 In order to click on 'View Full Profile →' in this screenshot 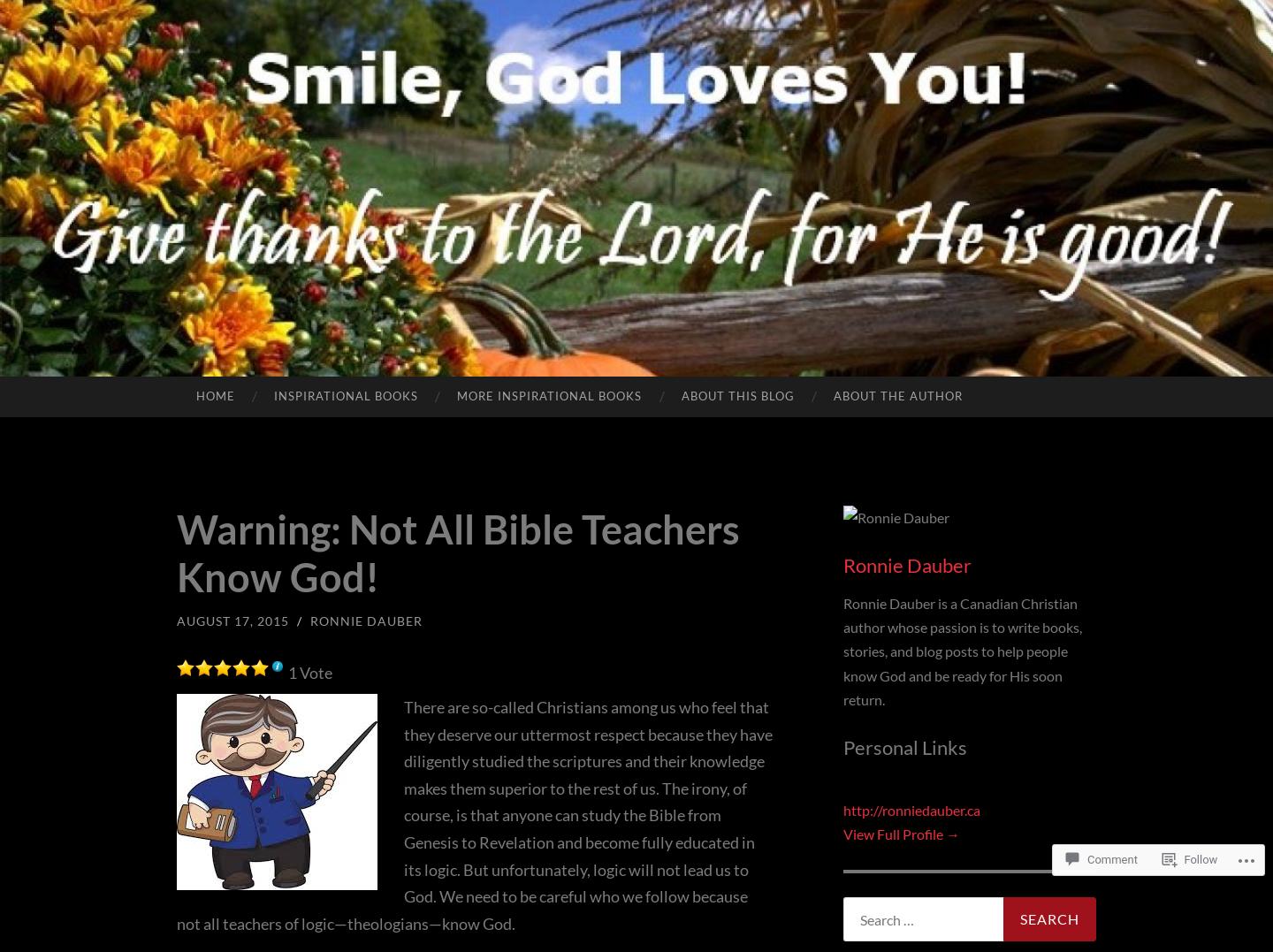, I will do `click(900, 832)`.